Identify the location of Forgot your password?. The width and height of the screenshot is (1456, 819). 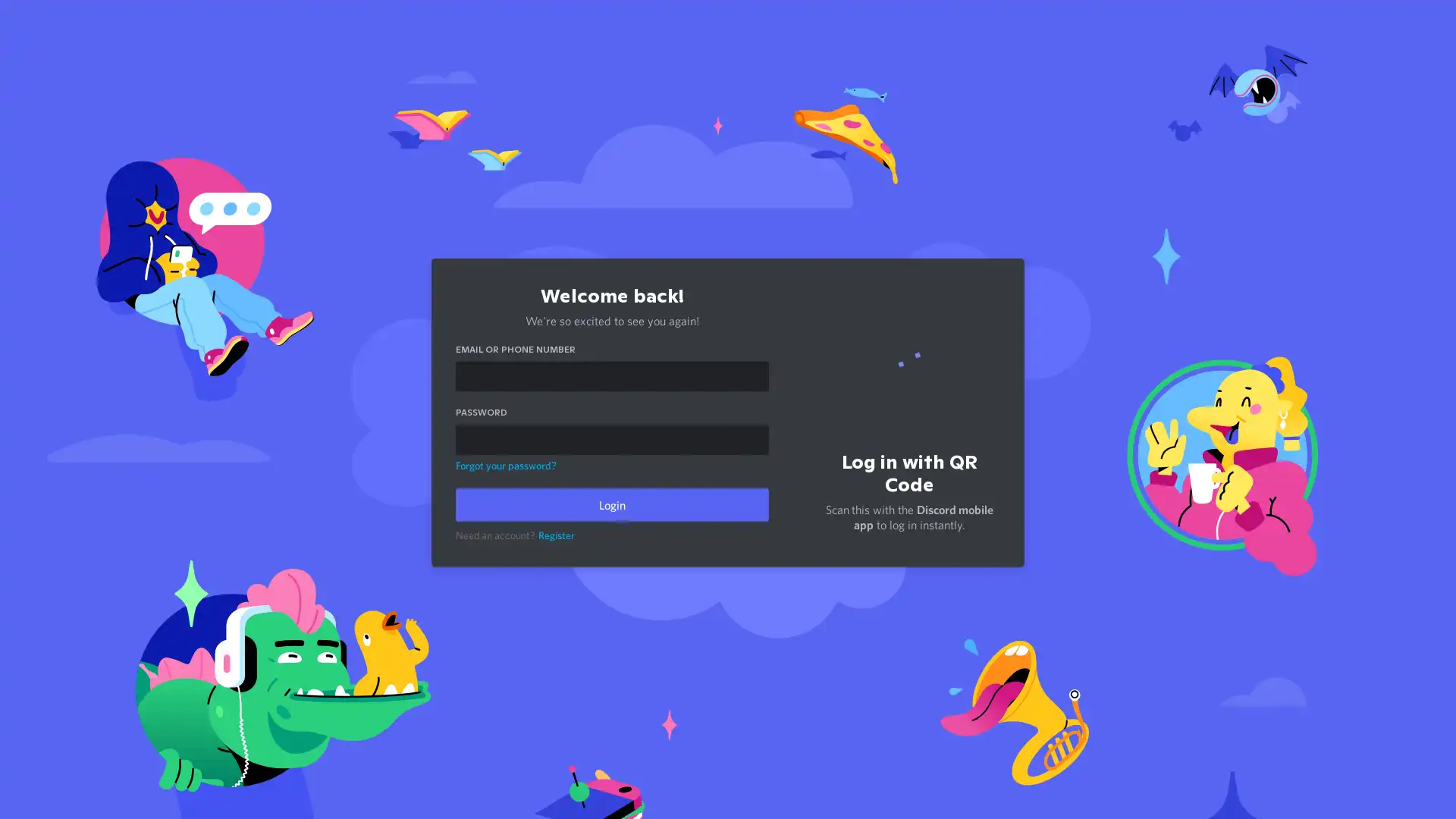
(505, 461).